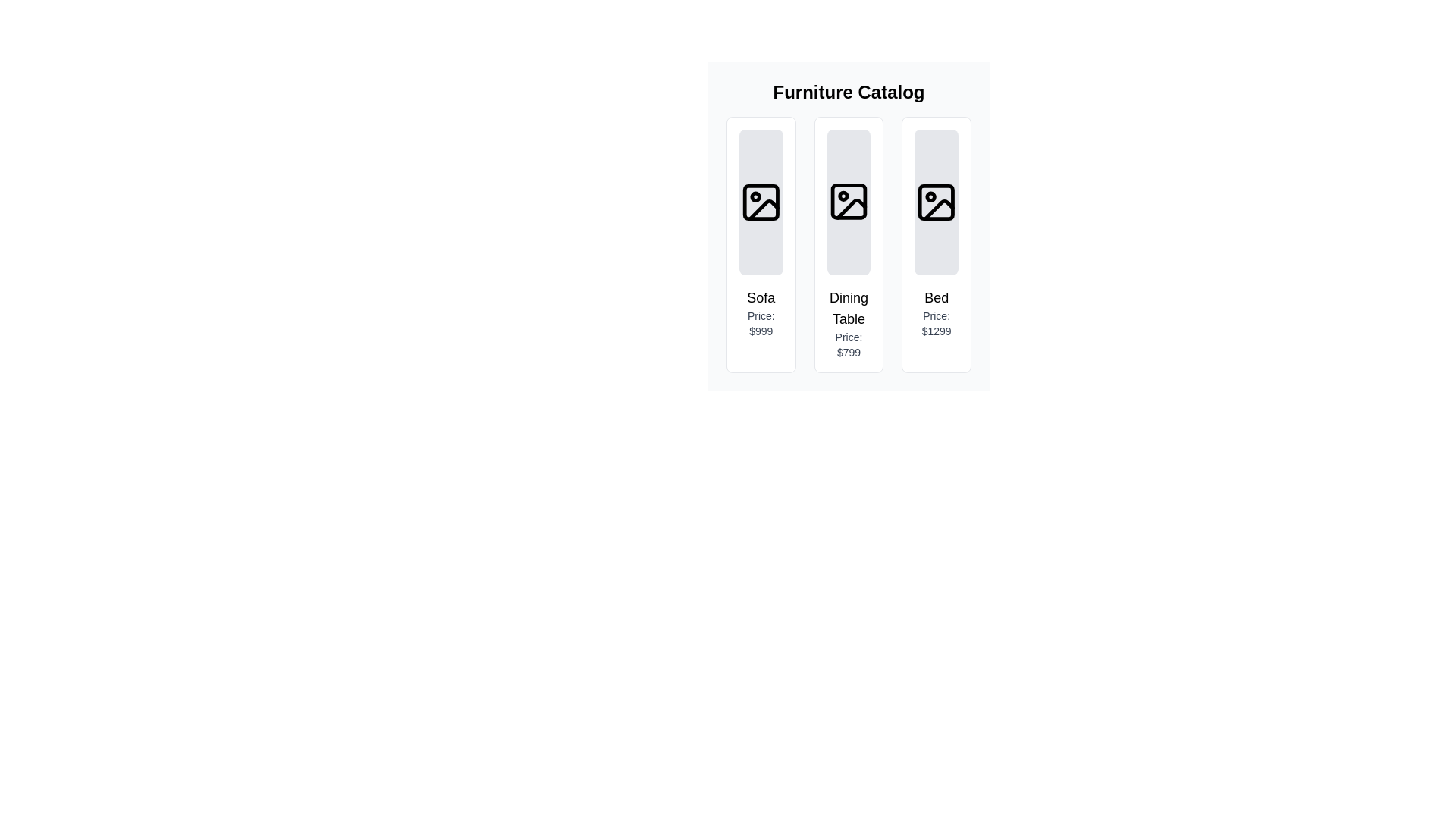 The height and width of the screenshot is (819, 1456). What do you see at coordinates (936, 298) in the screenshot?
I see `the 'Bed' text label located in the card representing a furniture item, positioned below the image placeholder and above the price information` at bounding box center [936, 298].